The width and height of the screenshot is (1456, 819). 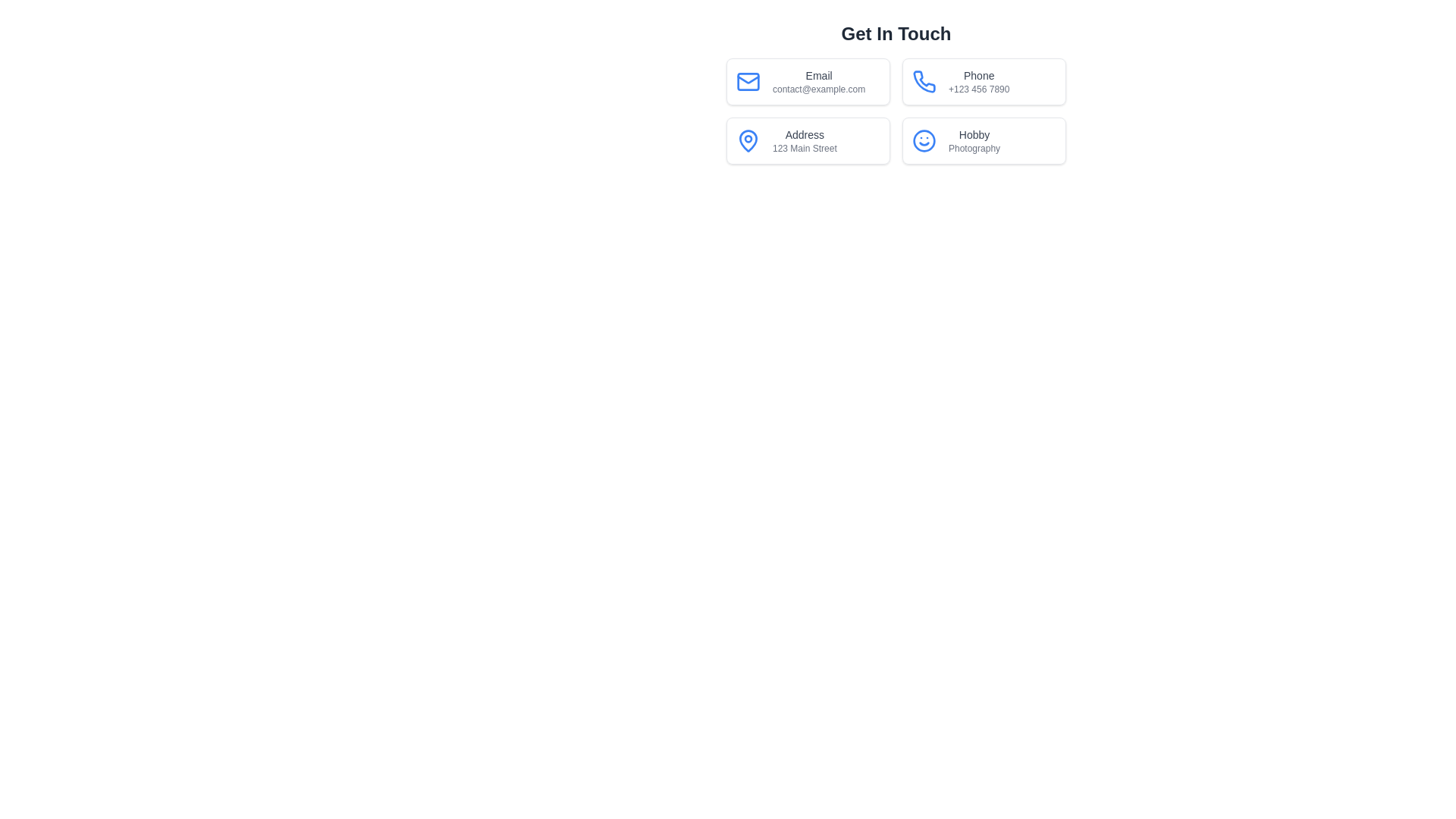 I want to click on the photography icon in the 'Hobby' section of the contact detail card, located in the second row, second column under the 'Get In Touch' header, so click(x=924, y=140).